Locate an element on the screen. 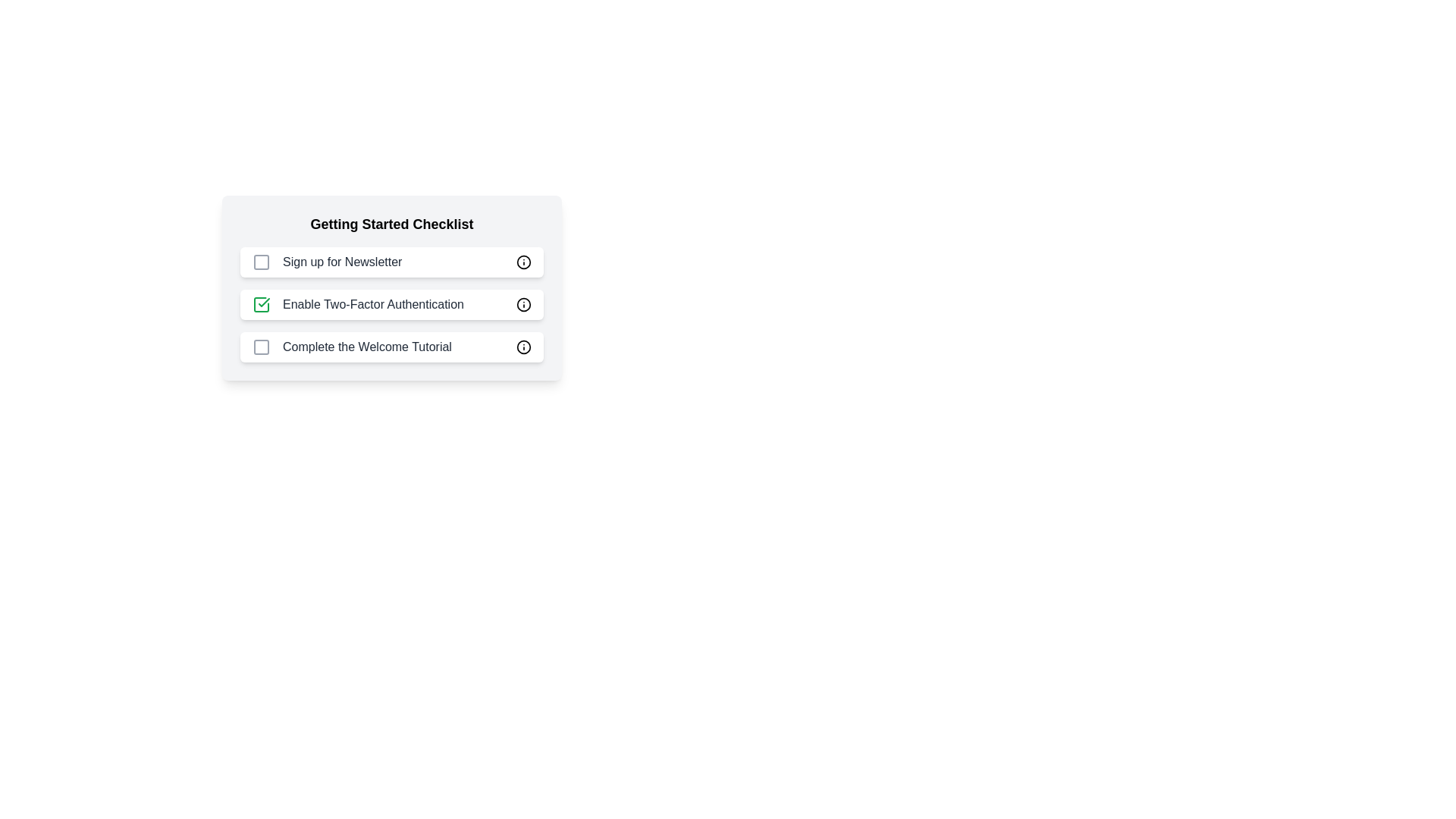 The height and width of the screenshot is (819, 1456). the SVG Circle that serves as an informational icon for the 'Complete the Welcome Tutorial' checklist item in the 'Getting Started Checklist' is located at coordinates (524, 347).